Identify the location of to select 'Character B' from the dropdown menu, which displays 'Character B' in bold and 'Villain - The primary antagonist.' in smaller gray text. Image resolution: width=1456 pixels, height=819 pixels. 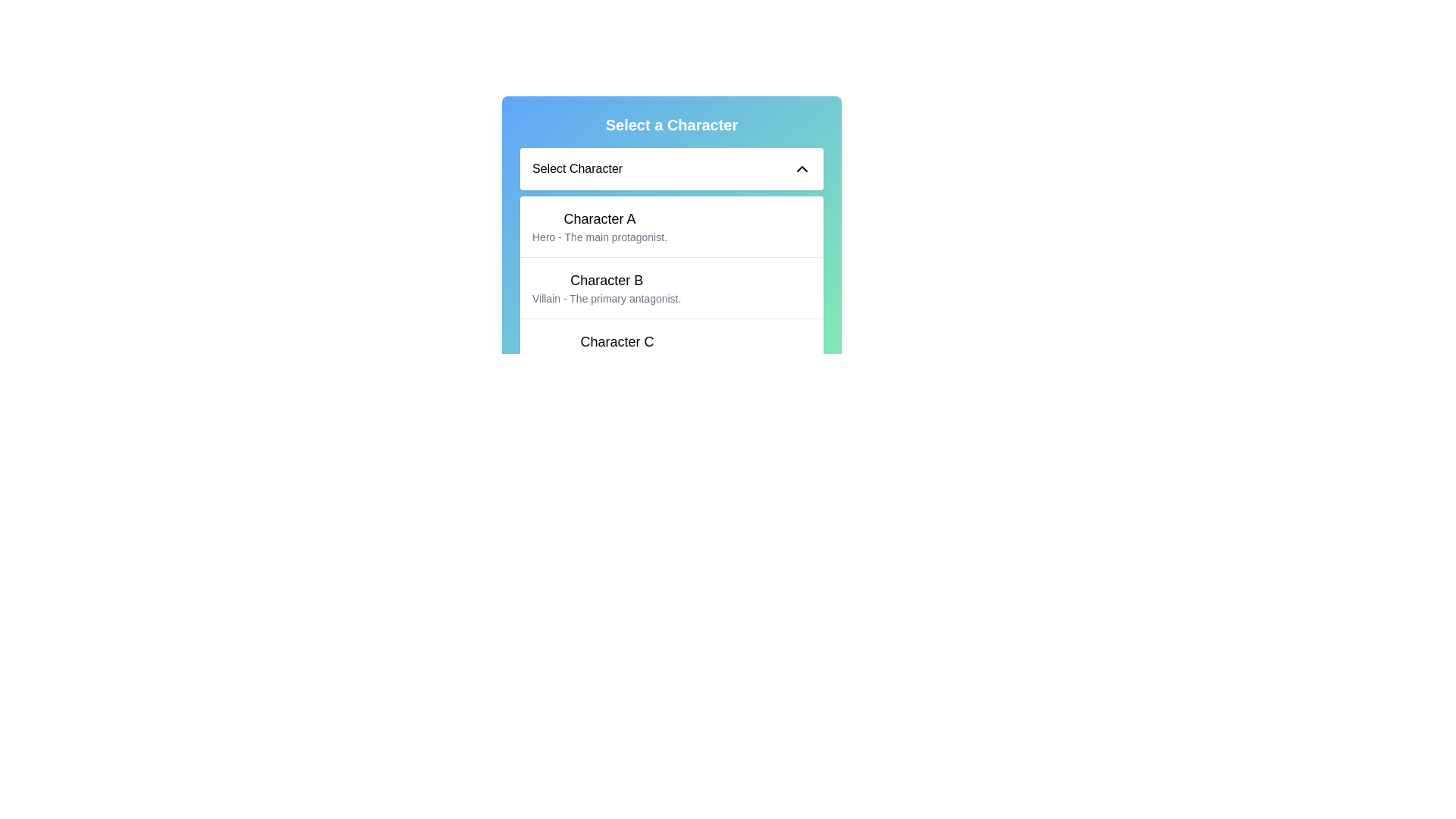
(607, 288).